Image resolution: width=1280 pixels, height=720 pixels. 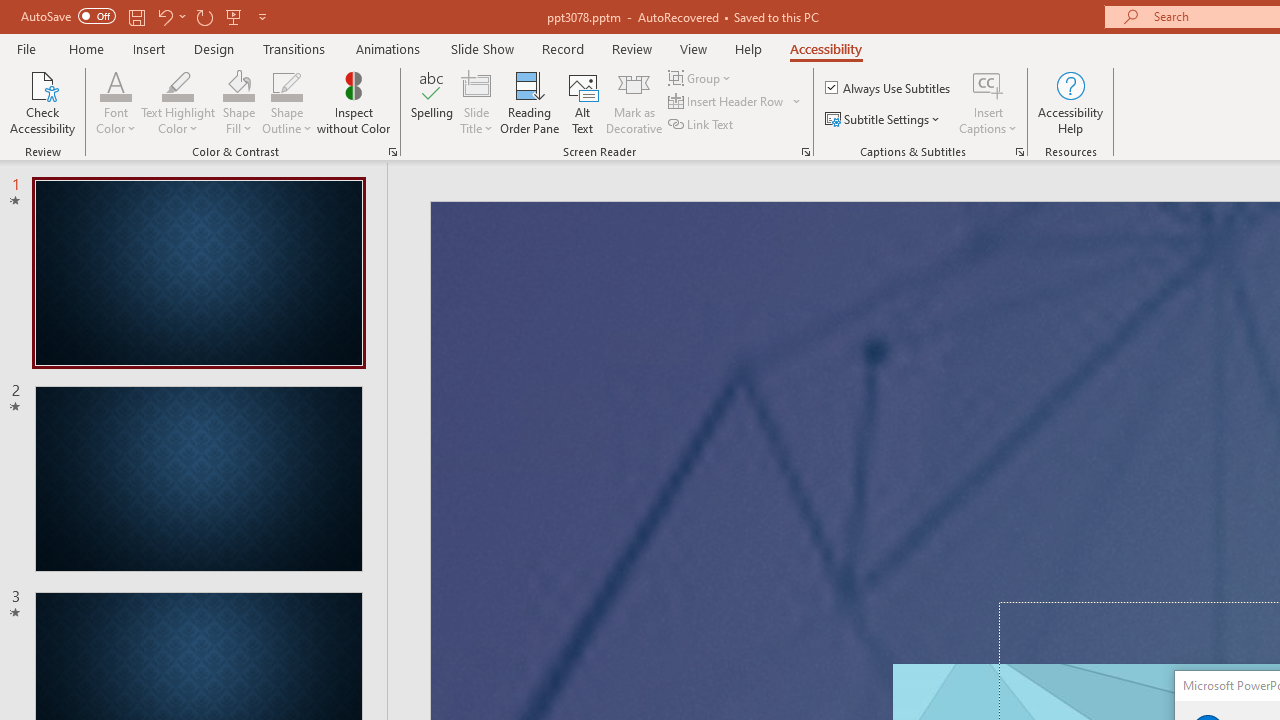 I want to click on 'Shape Outline', so click(x=286, y=103).